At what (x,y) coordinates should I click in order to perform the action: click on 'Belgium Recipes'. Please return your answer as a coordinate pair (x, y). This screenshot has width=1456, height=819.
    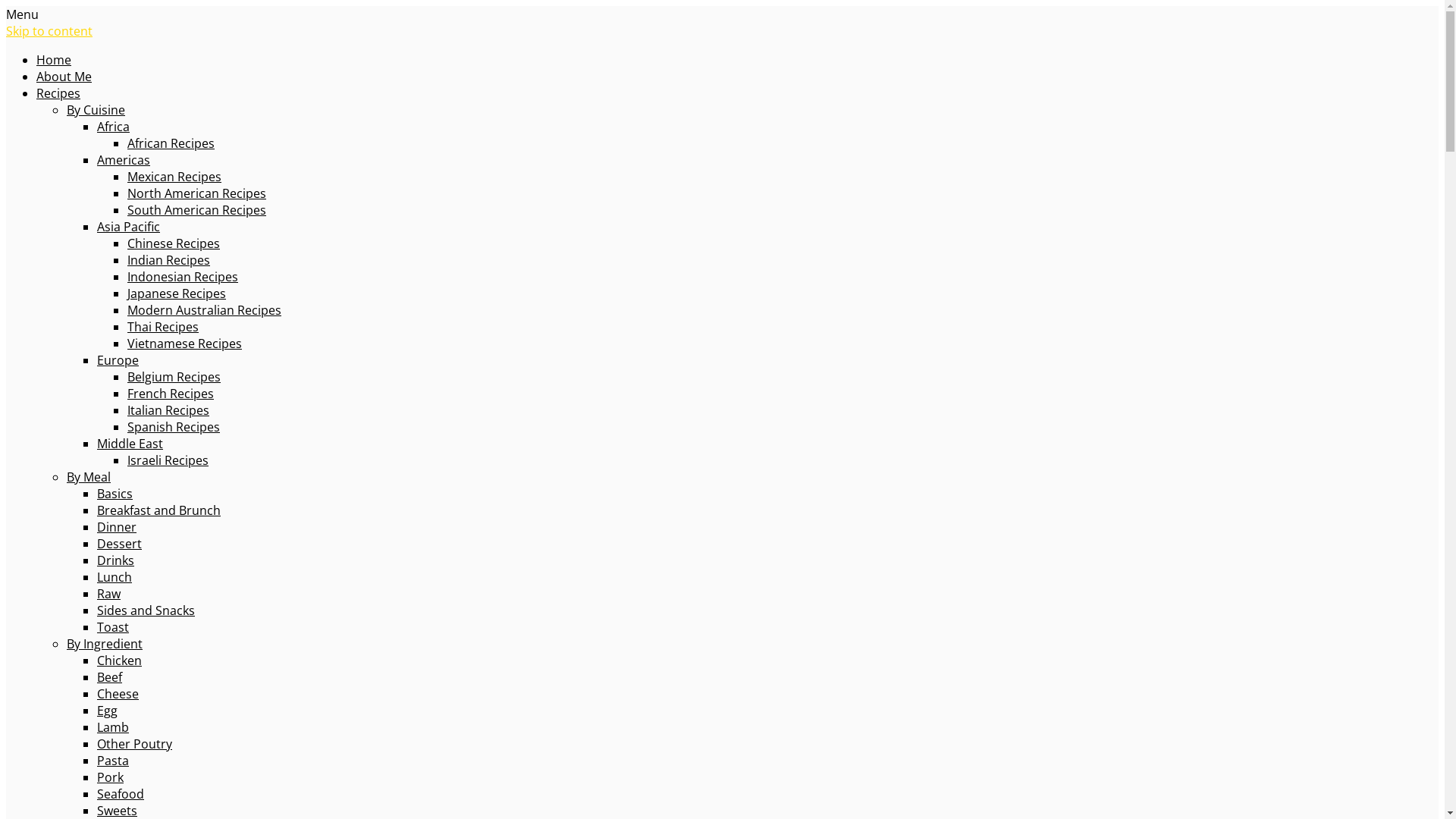
    Looking at the image, I should click on (174, 376).